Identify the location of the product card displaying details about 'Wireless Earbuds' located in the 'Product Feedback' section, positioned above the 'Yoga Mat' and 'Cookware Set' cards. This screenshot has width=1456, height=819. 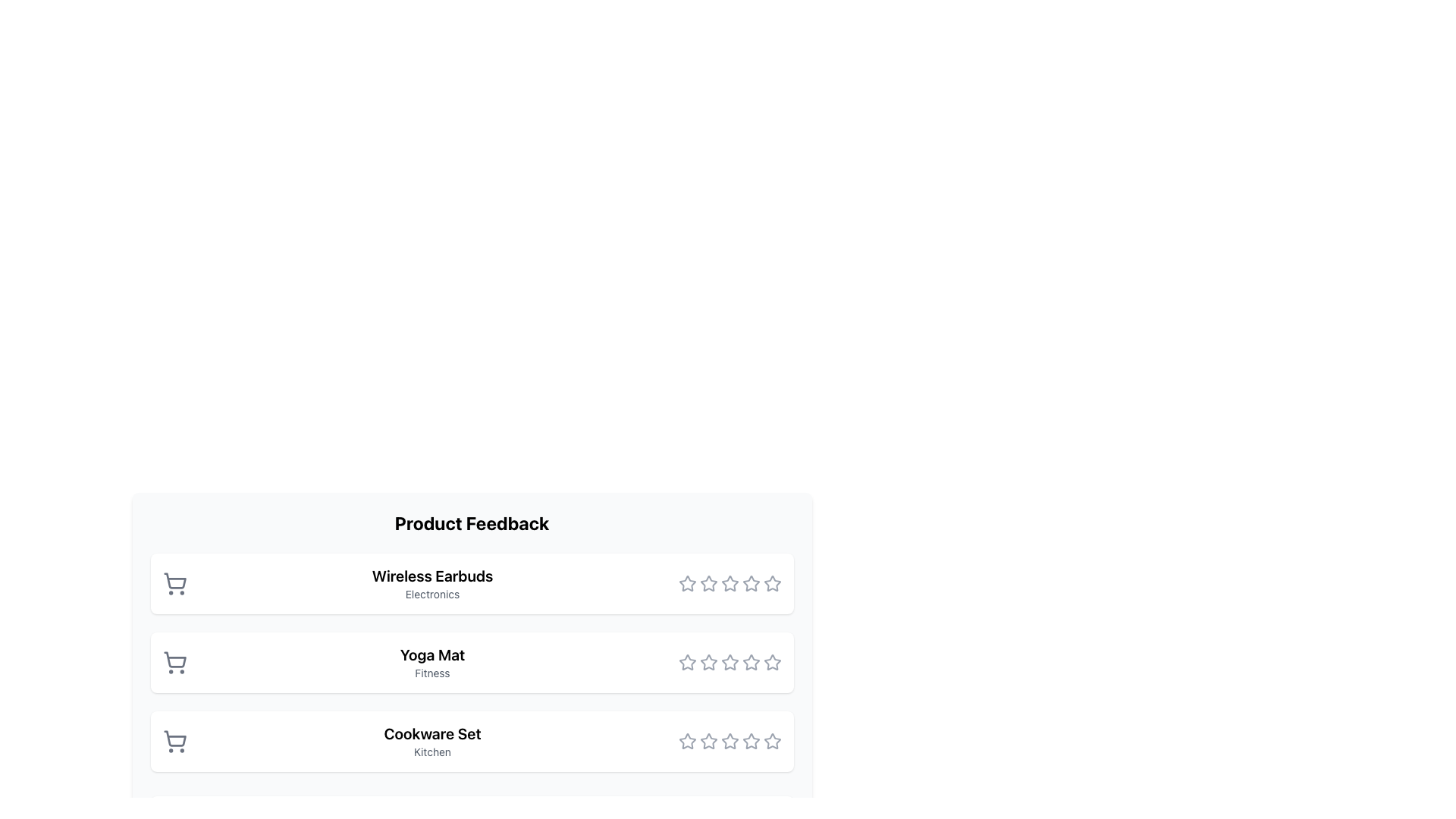
(471, 583).